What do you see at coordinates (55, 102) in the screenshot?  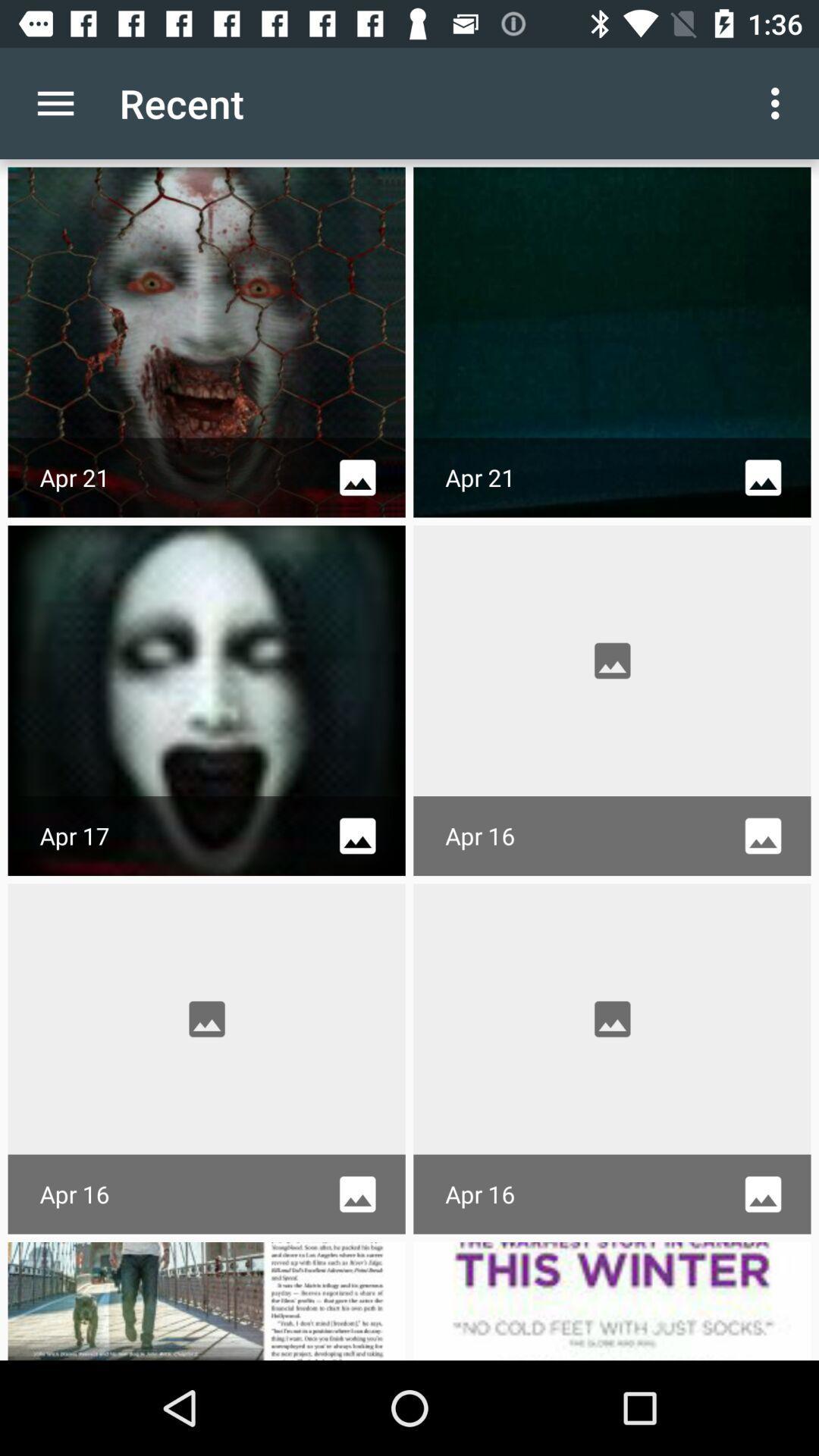 I see `icon to the left of recent app` at bounding box center [55, 102].